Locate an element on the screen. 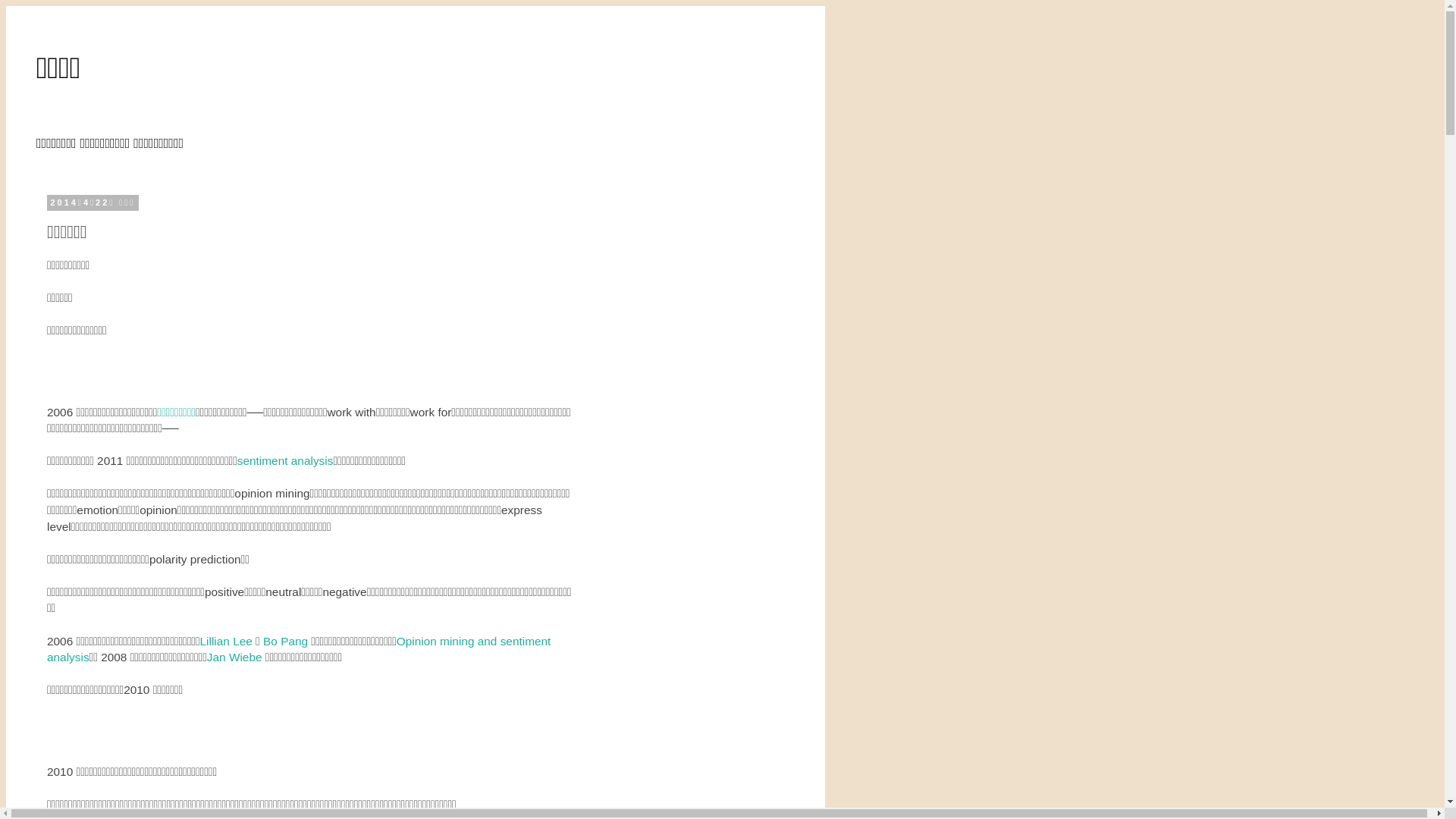 The width and height of the screenshot is (1456, 819). 'Lillian Lee' is located at coordinates (225, 641).